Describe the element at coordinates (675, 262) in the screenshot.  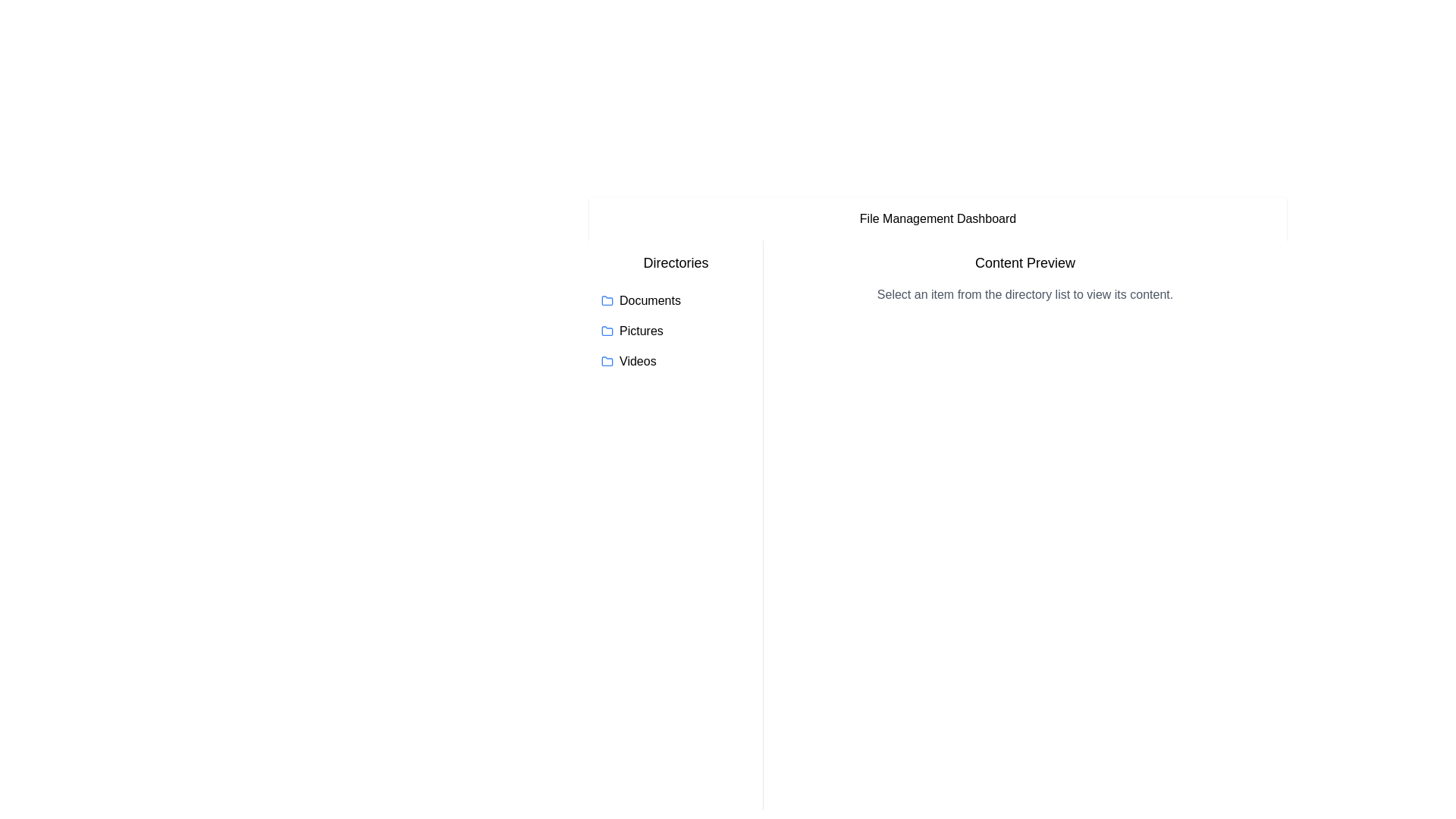
I see `the heading text element that categorizes the list of items below it` at that location.